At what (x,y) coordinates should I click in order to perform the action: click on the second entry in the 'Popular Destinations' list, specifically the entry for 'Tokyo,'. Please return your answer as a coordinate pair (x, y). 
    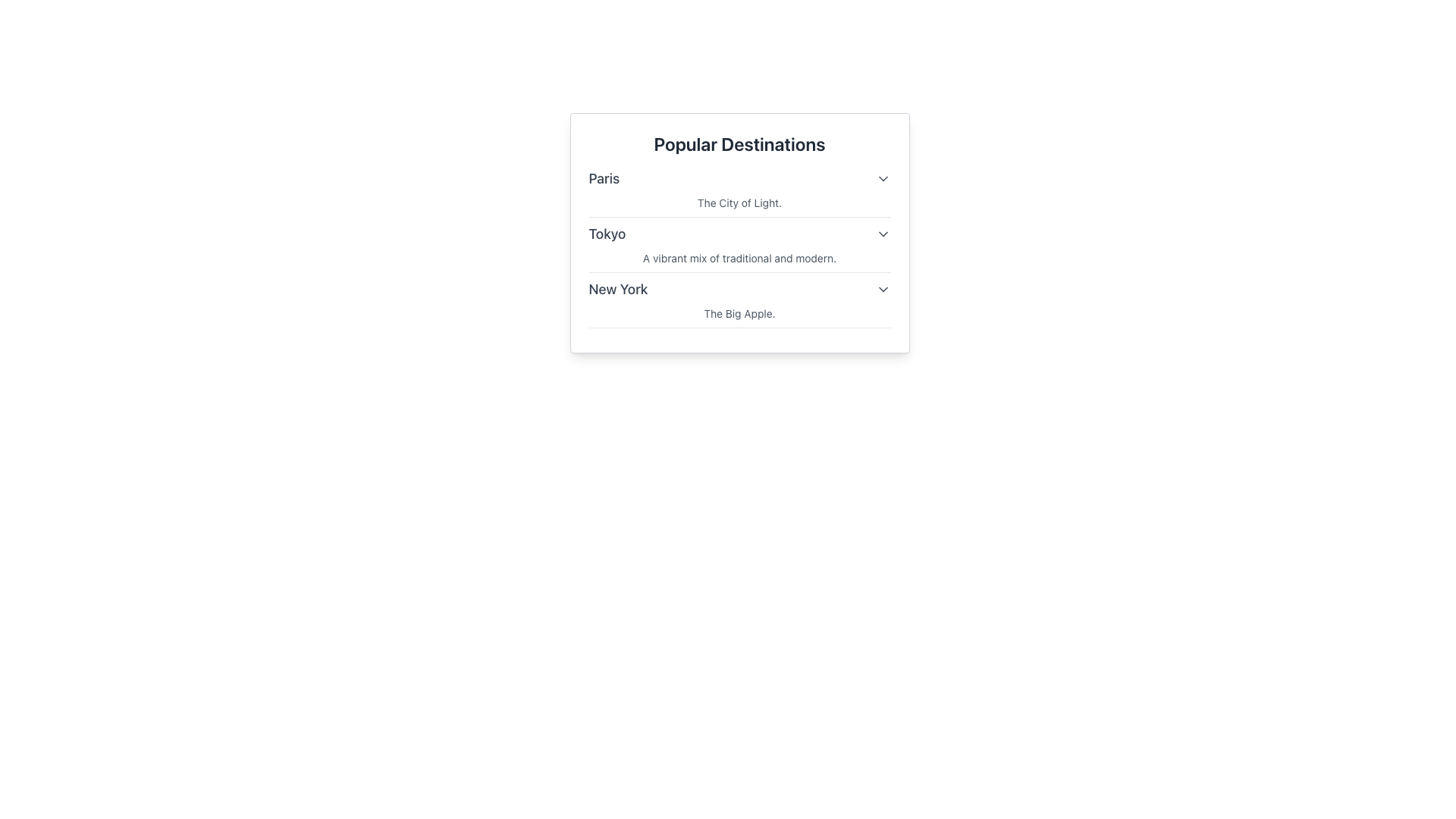
    Looking at the image, I should click on (739, 247).